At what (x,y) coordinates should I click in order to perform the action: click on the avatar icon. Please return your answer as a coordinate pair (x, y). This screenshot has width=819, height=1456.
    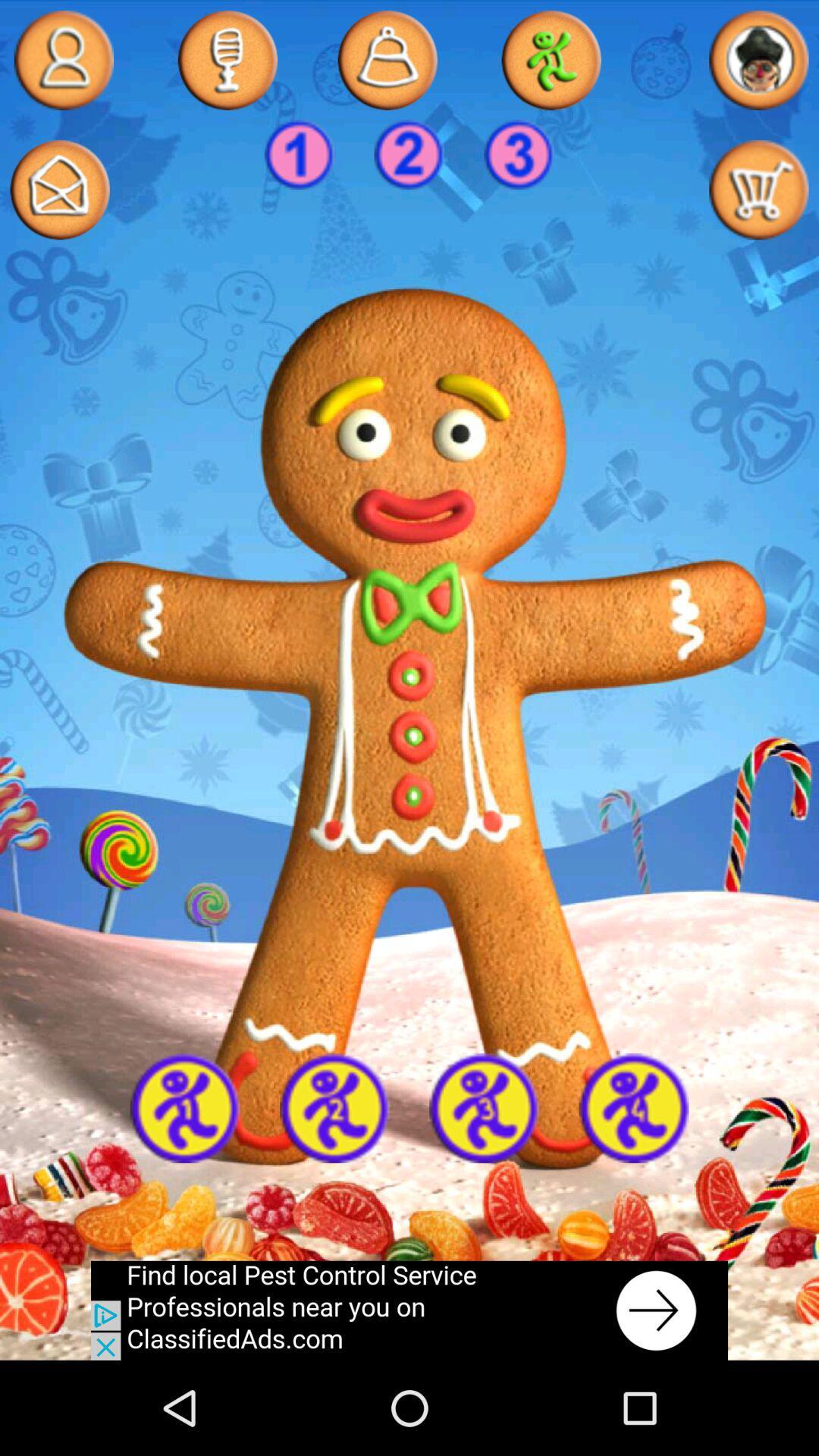
    Looking at the image, I should click on (63, 63).